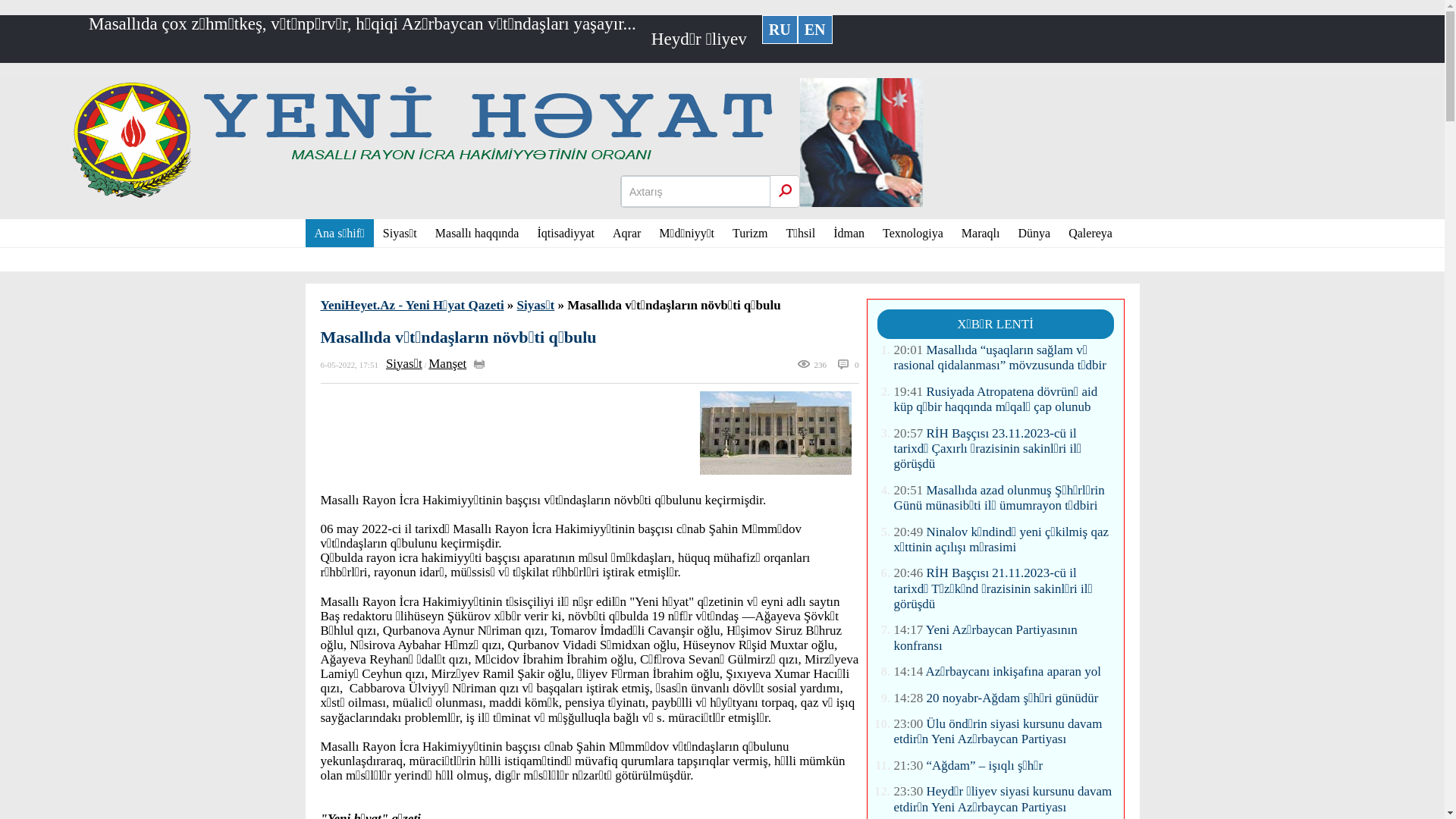 This screenshot has width=1456, height=819. What do you see at coordinates (750, 233) in the screenshot?
I see `'Turizm'` at bounding box center [750, 233].